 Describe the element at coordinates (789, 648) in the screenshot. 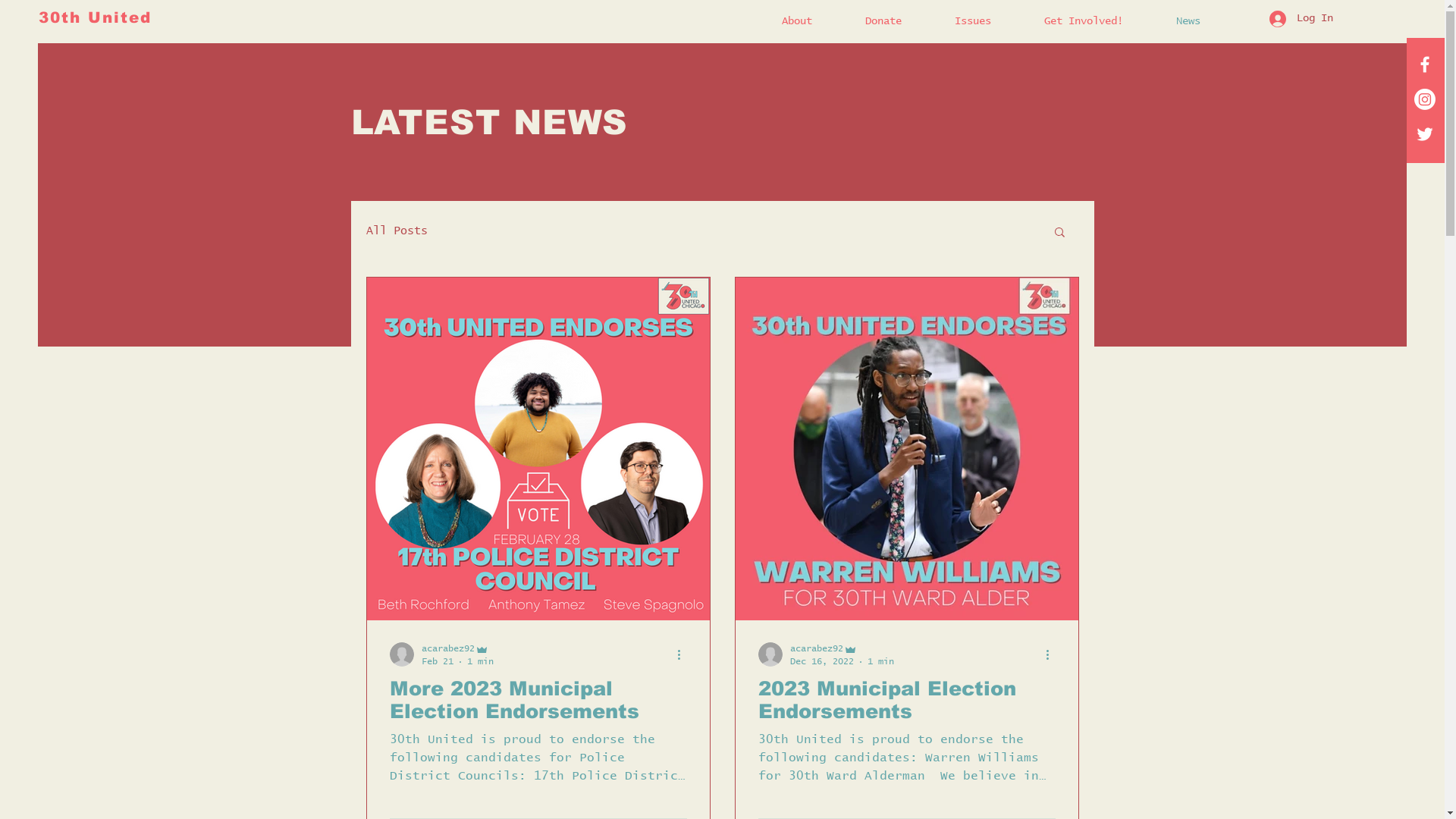

I see `'acarabez92'` at that location.